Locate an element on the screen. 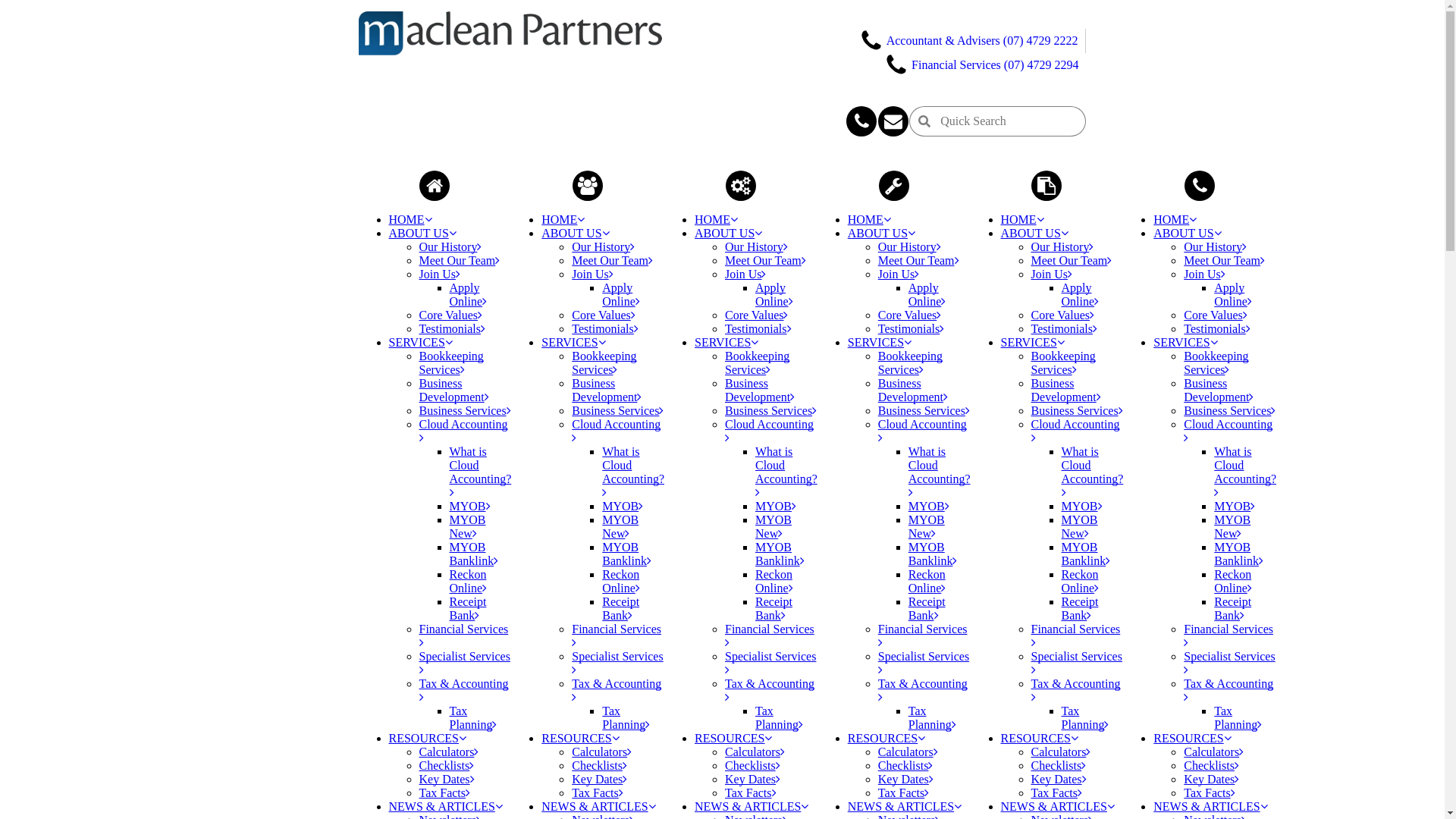  'Tax & Accounting' is located at coordinates (1031, 690).